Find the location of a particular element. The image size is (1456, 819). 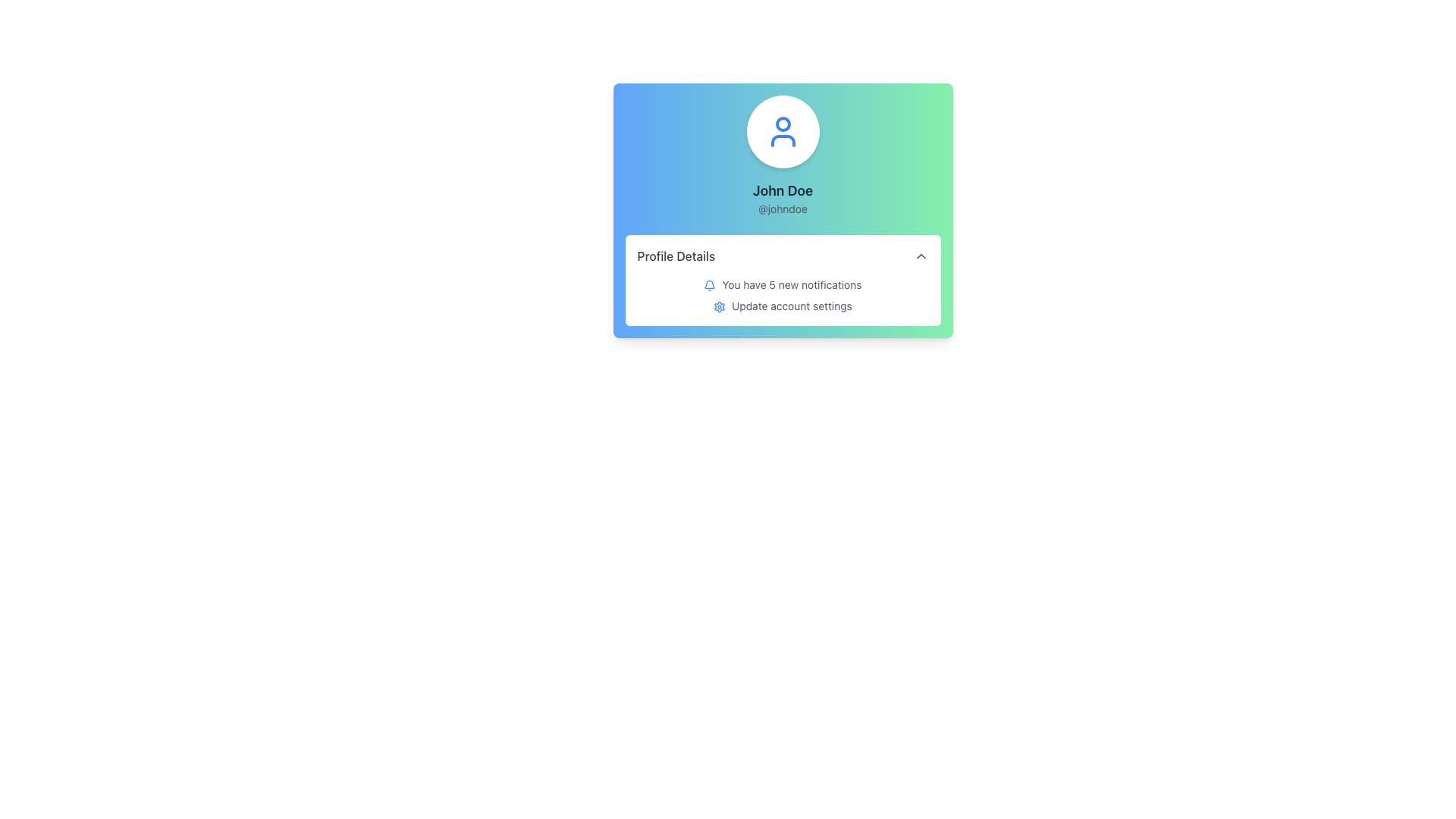

the Text label with icon under 'Profile Details' is located at coordinates (783, 306).